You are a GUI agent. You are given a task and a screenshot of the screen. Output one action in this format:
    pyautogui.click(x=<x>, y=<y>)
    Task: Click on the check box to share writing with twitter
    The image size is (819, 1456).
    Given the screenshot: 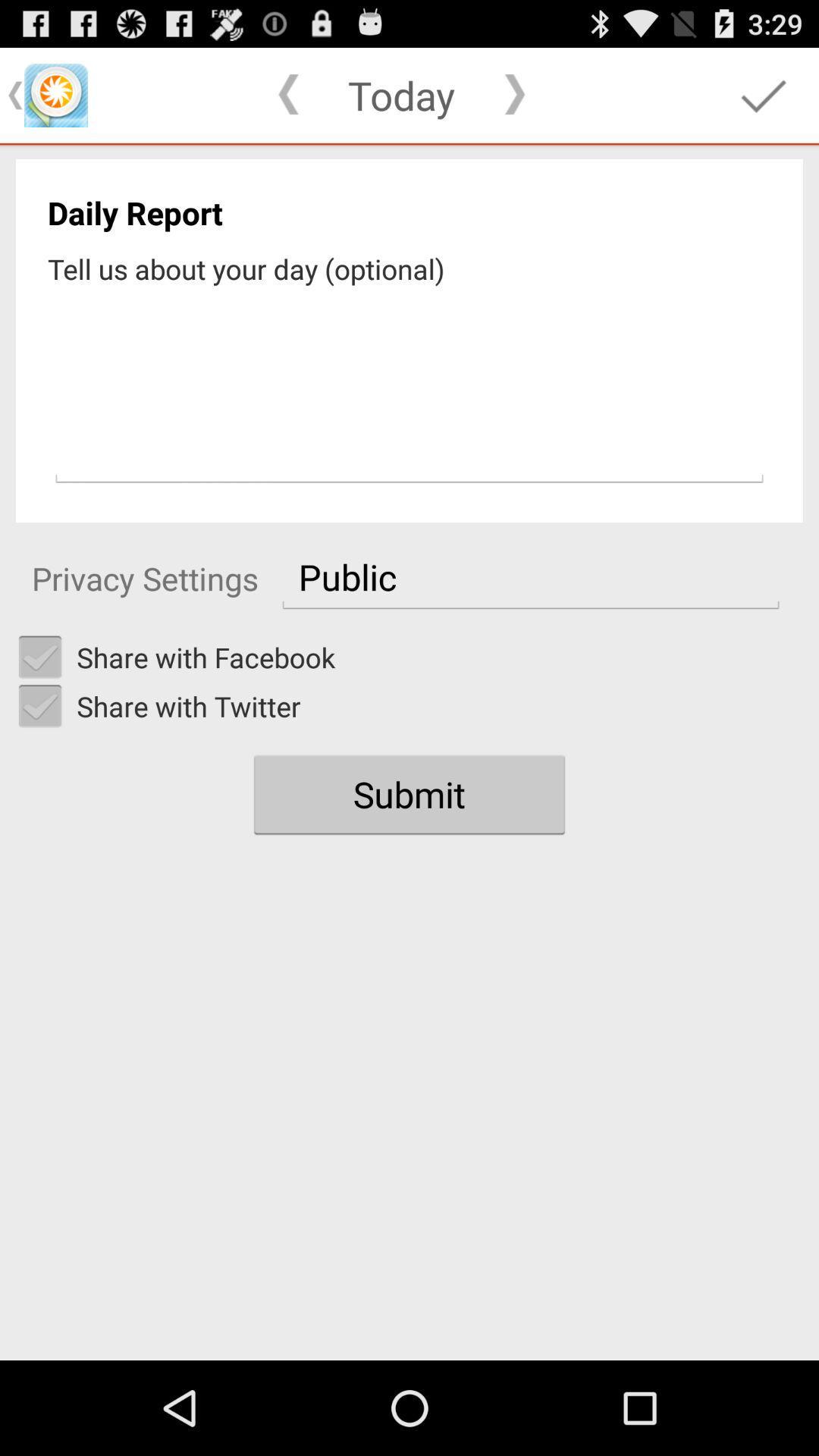 What is the action you would take?
    pyautogui.click(x=39, y=705)
    